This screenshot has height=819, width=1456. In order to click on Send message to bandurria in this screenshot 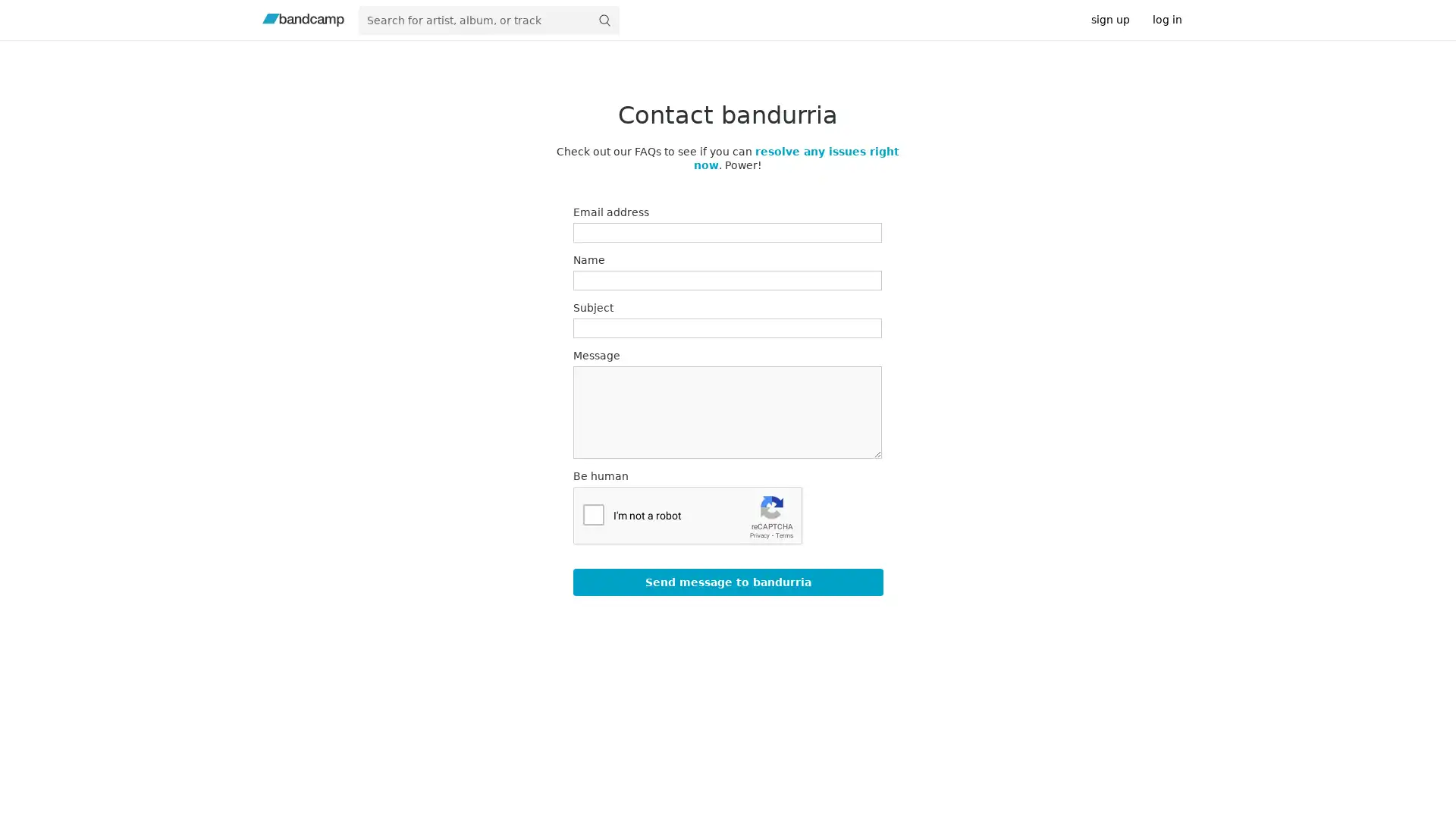, I will do `click(726, 581)`.